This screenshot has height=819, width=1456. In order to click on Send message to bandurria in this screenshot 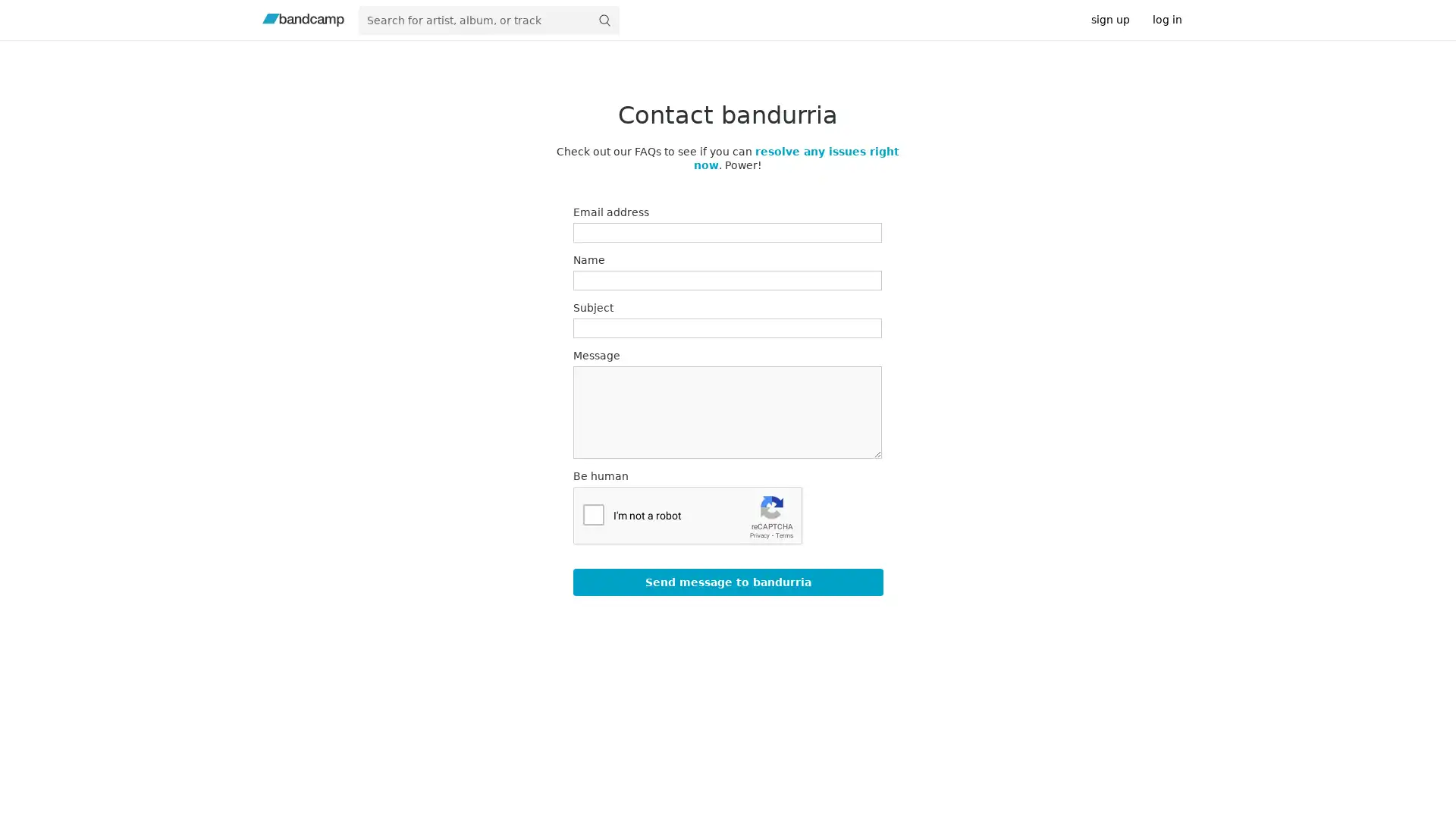, I will do `click(726, 581)`.